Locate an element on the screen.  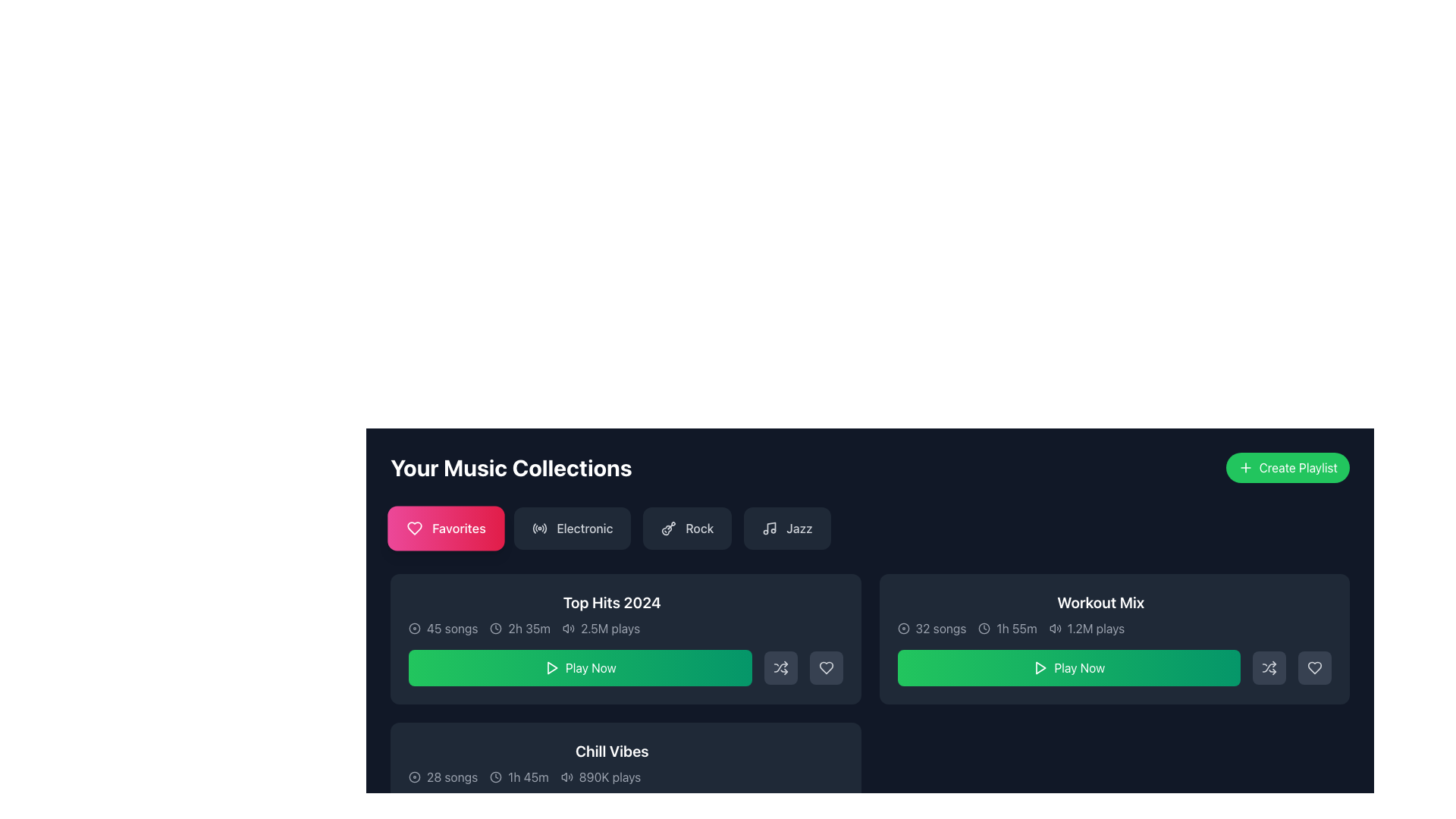
the heart-shaped non-filled icon located at the bottom right of the 'Workout Mix' card is located at coordinates (825, 667).